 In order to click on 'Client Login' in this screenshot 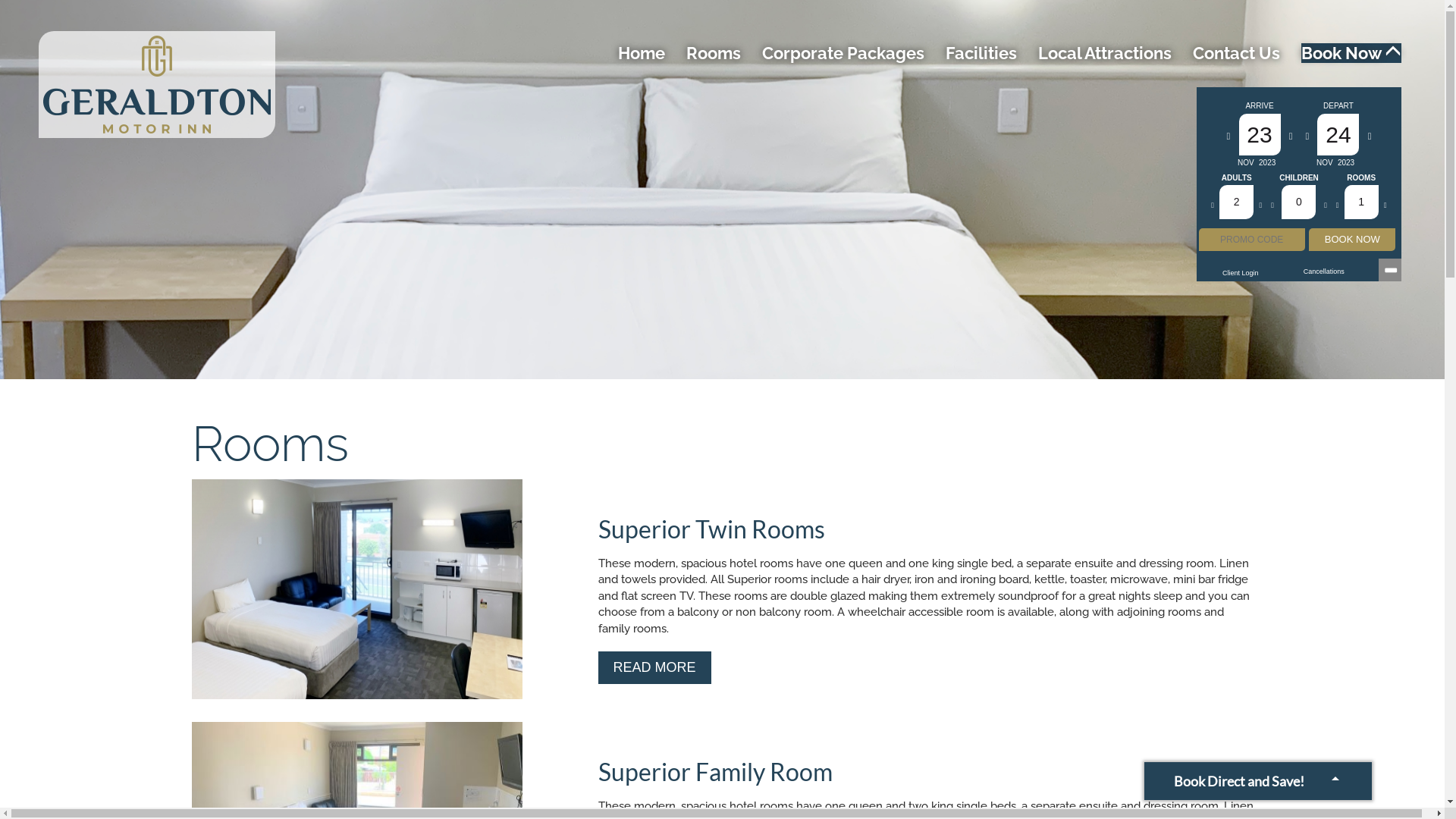, I will do `click(1241, 271)`.